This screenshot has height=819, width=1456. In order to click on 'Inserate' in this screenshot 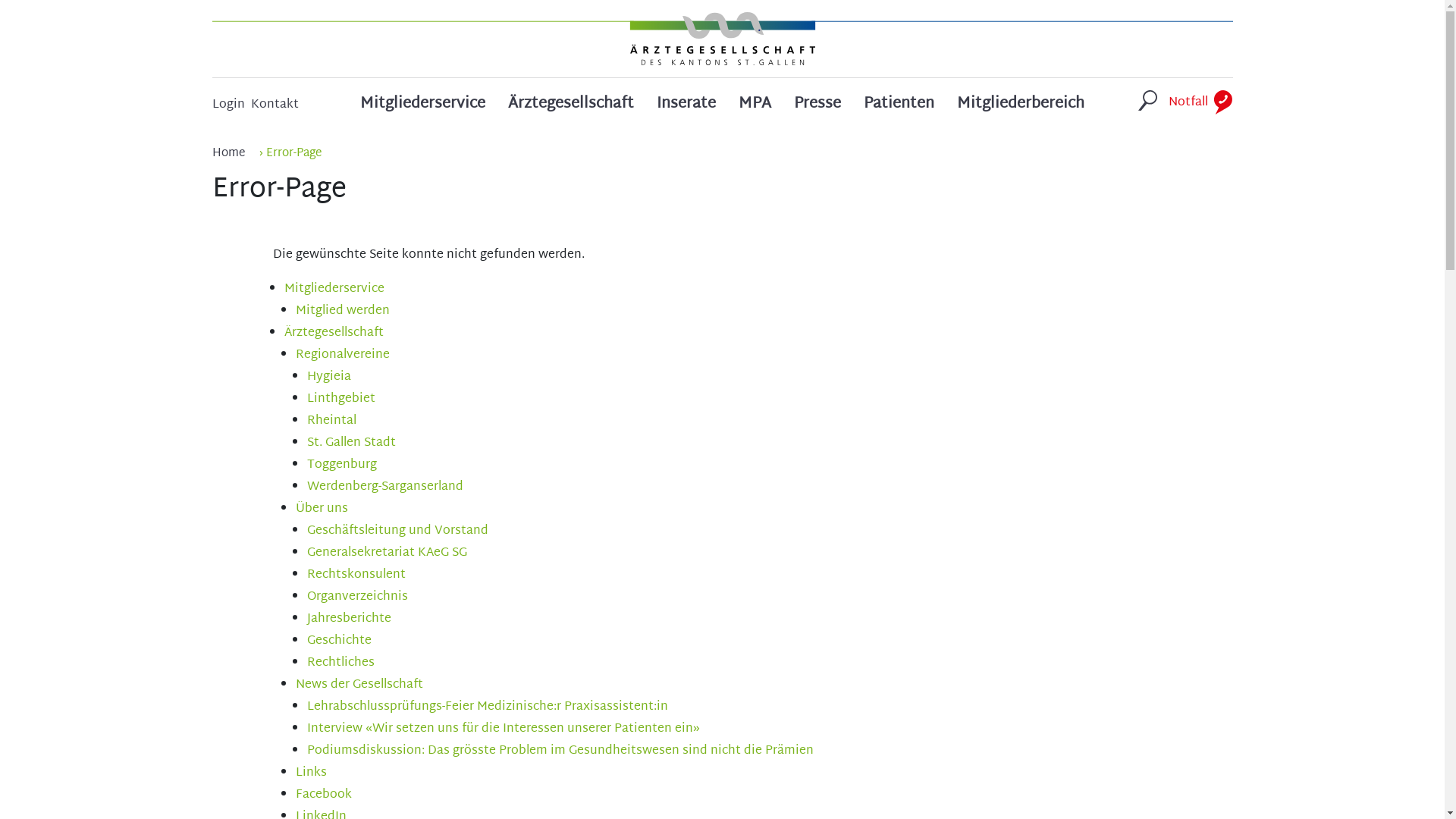, I will do `click(686, 108)`.